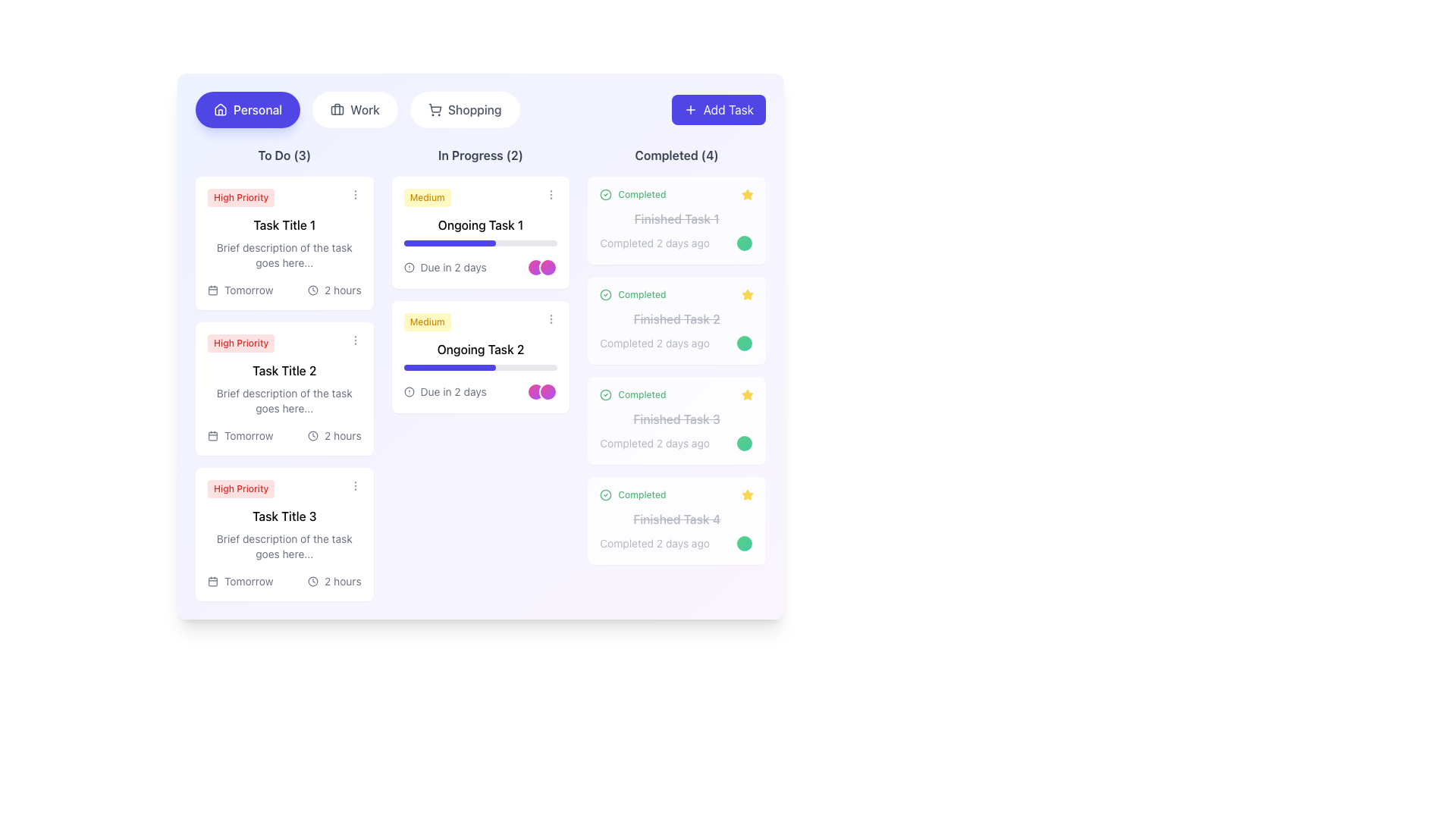 The width and height of the screenshot is (1456, 819). I want to click on the content of the 'Medium' priority level text label located in the top-left corner of the 'In Progress' card for 'Ongoing Task 2', so click(426, 321).